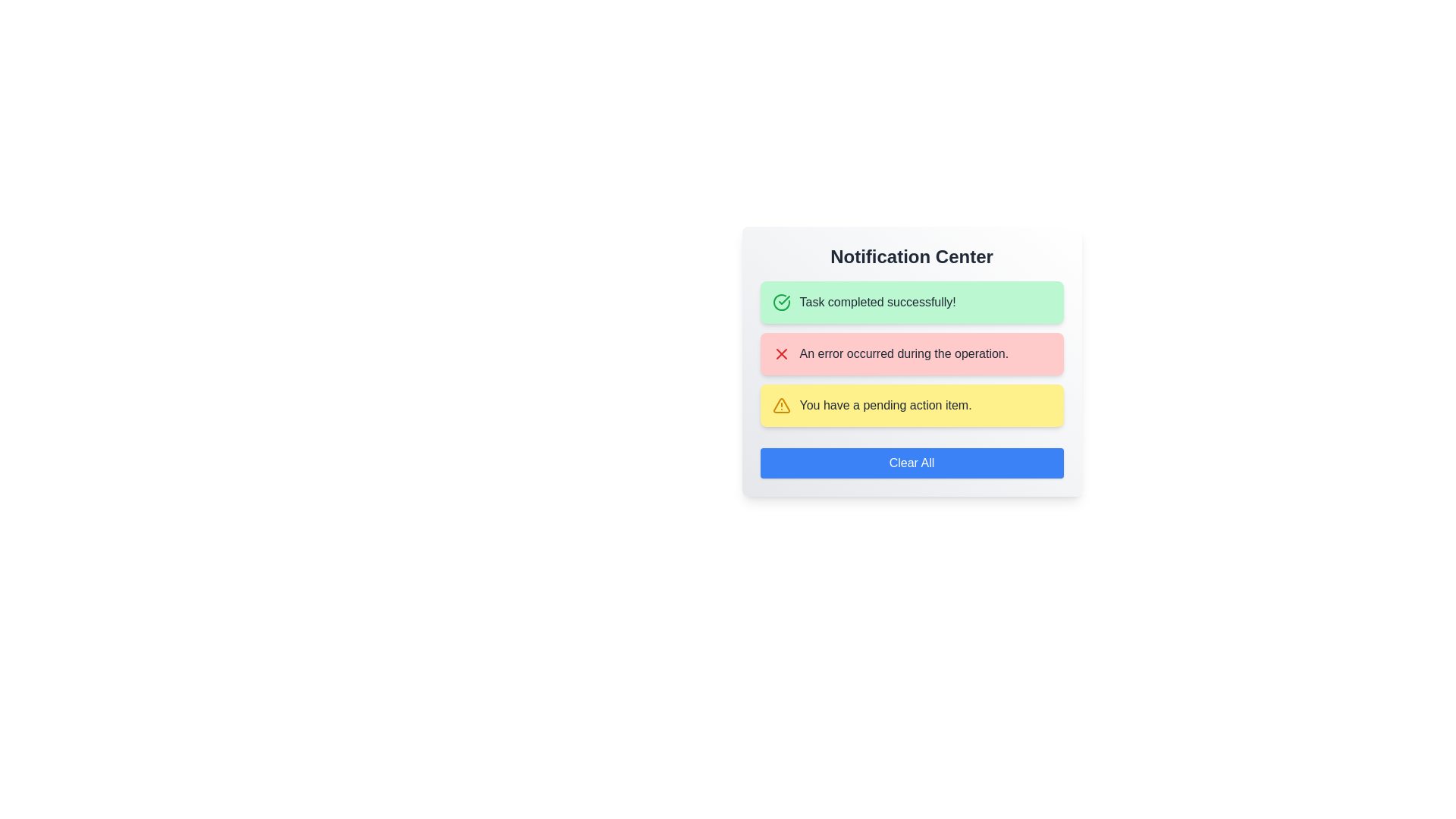  Describe the element at coordinates (911, 302) in the screenshot. I see `text content of the first notification card in the 'Notification Center' dialog box, located directly below the title 'Notification Center'` at that location.